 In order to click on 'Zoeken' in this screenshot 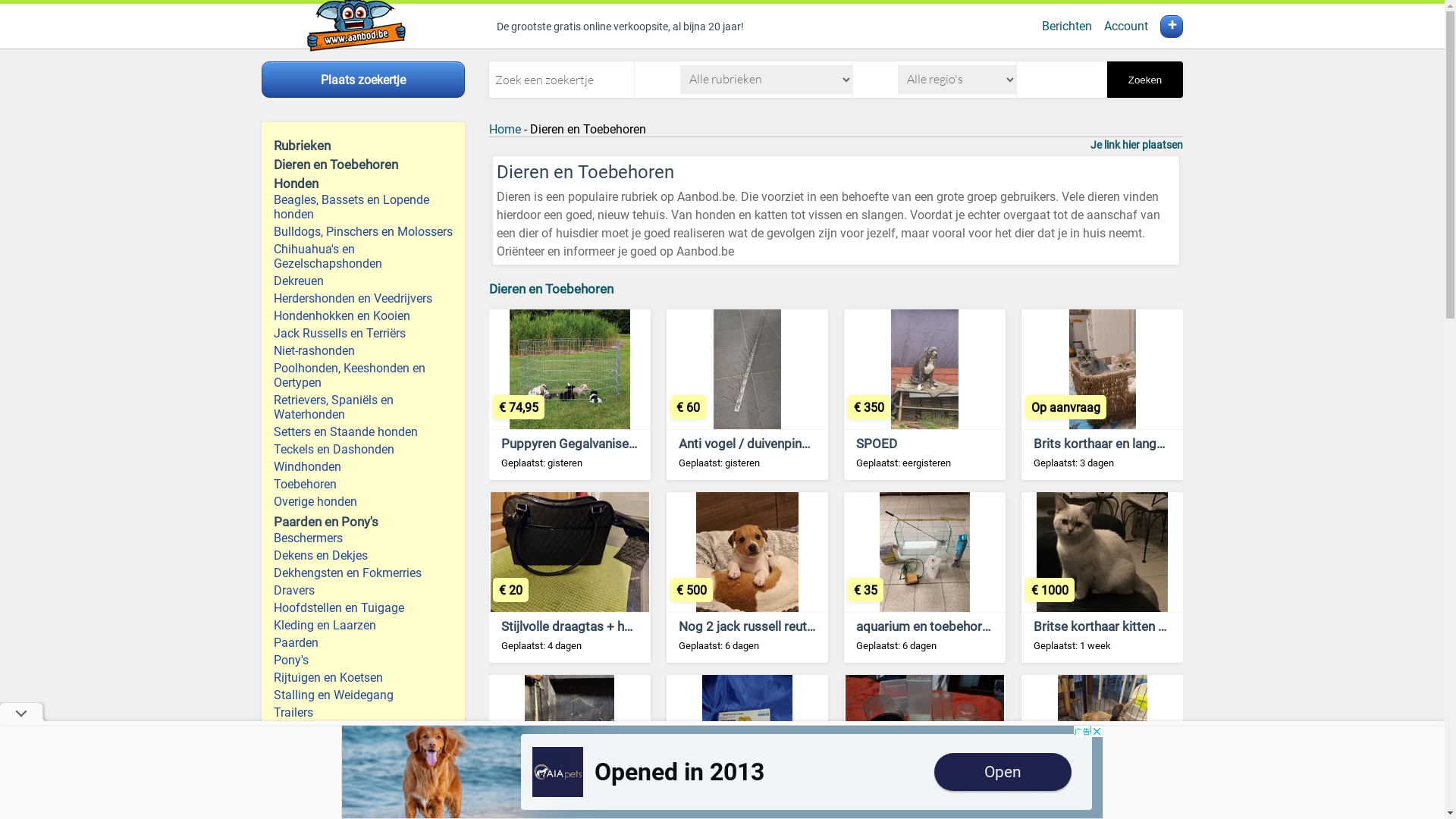, I will do `click(1145, 79)`.